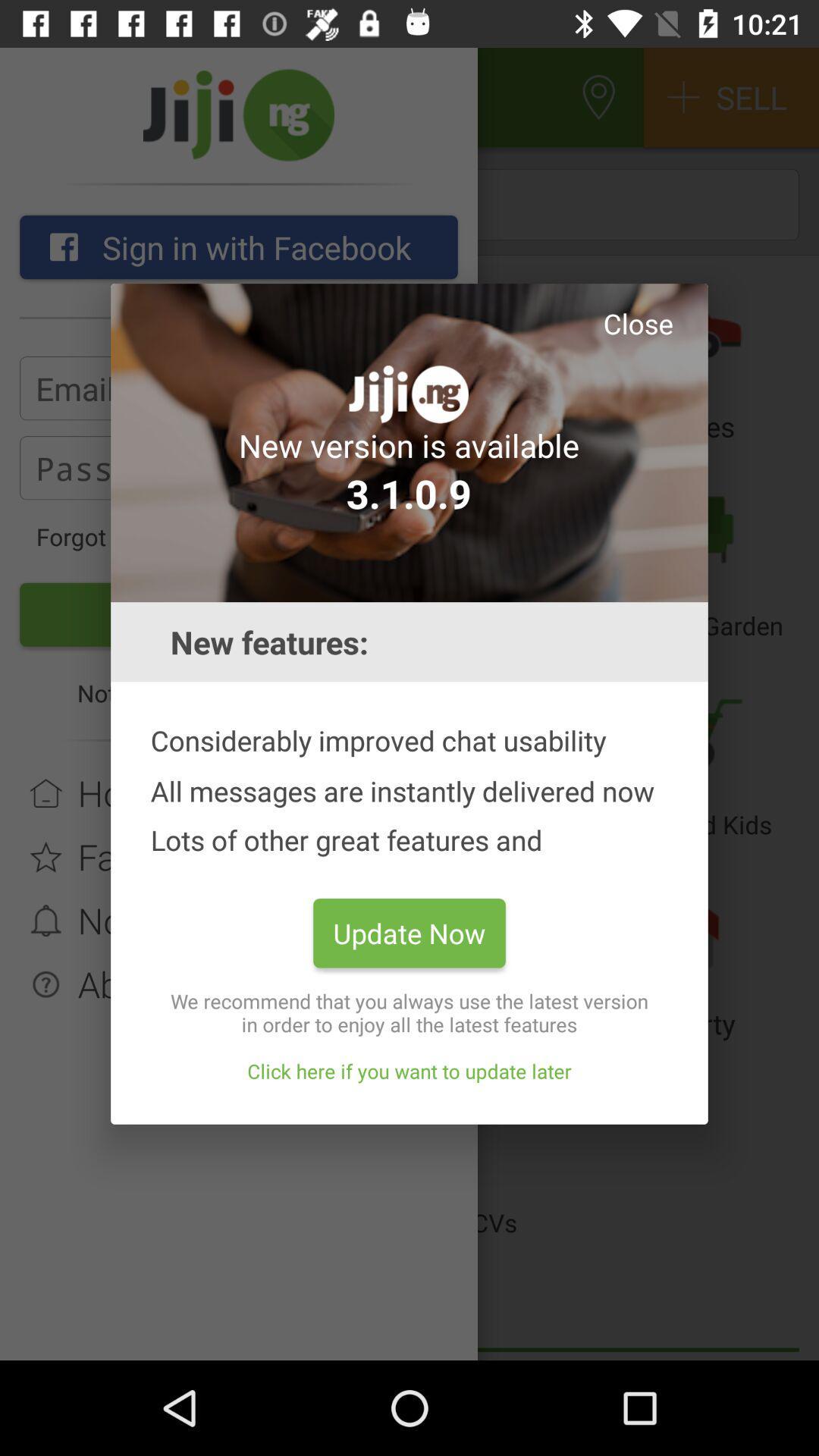  Describe the element at coordinates (638, 322) in the screenshot. I see `the close app` at that location.